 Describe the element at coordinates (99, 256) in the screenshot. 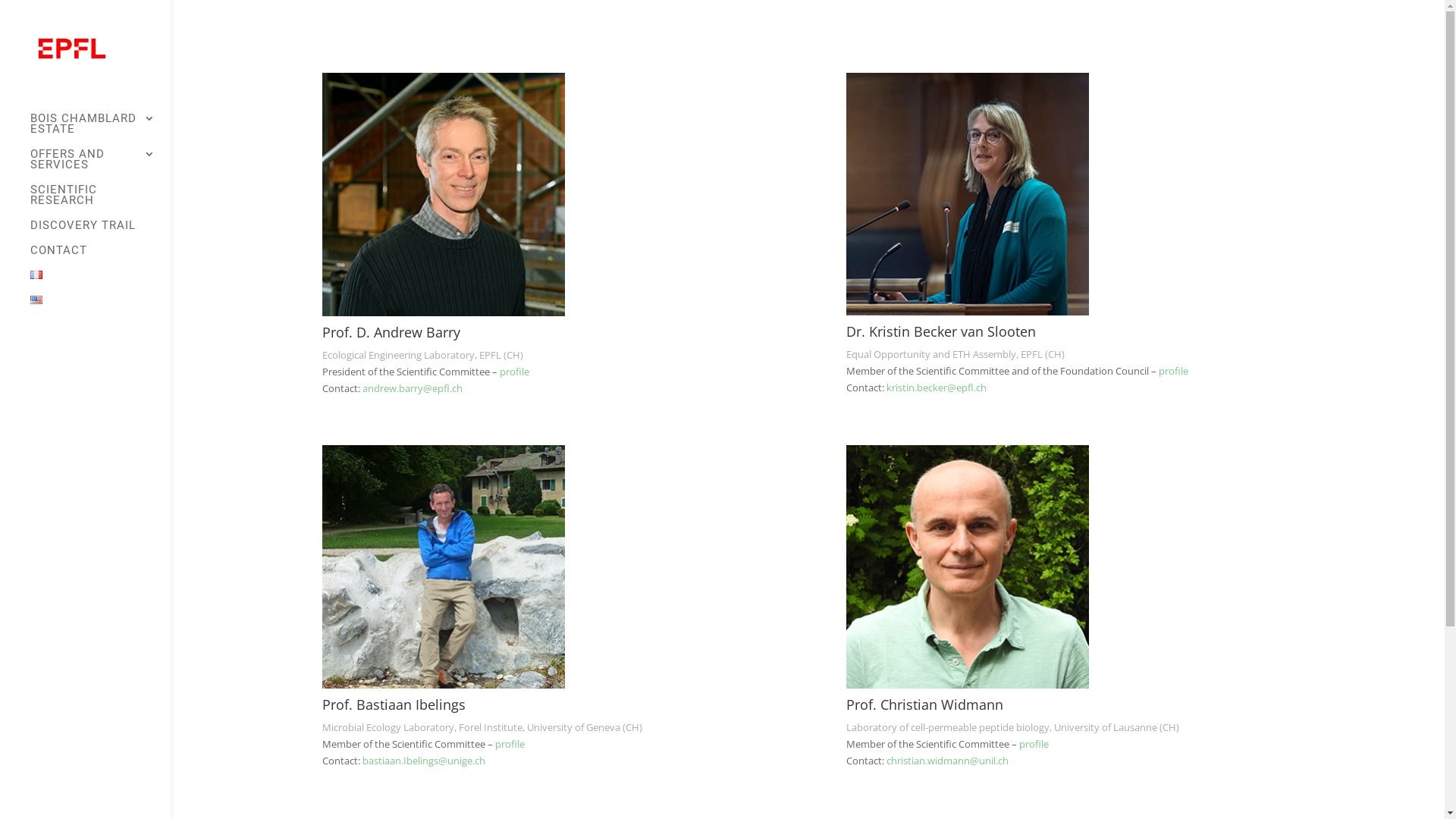

I see `'CONTACT'` at that location.